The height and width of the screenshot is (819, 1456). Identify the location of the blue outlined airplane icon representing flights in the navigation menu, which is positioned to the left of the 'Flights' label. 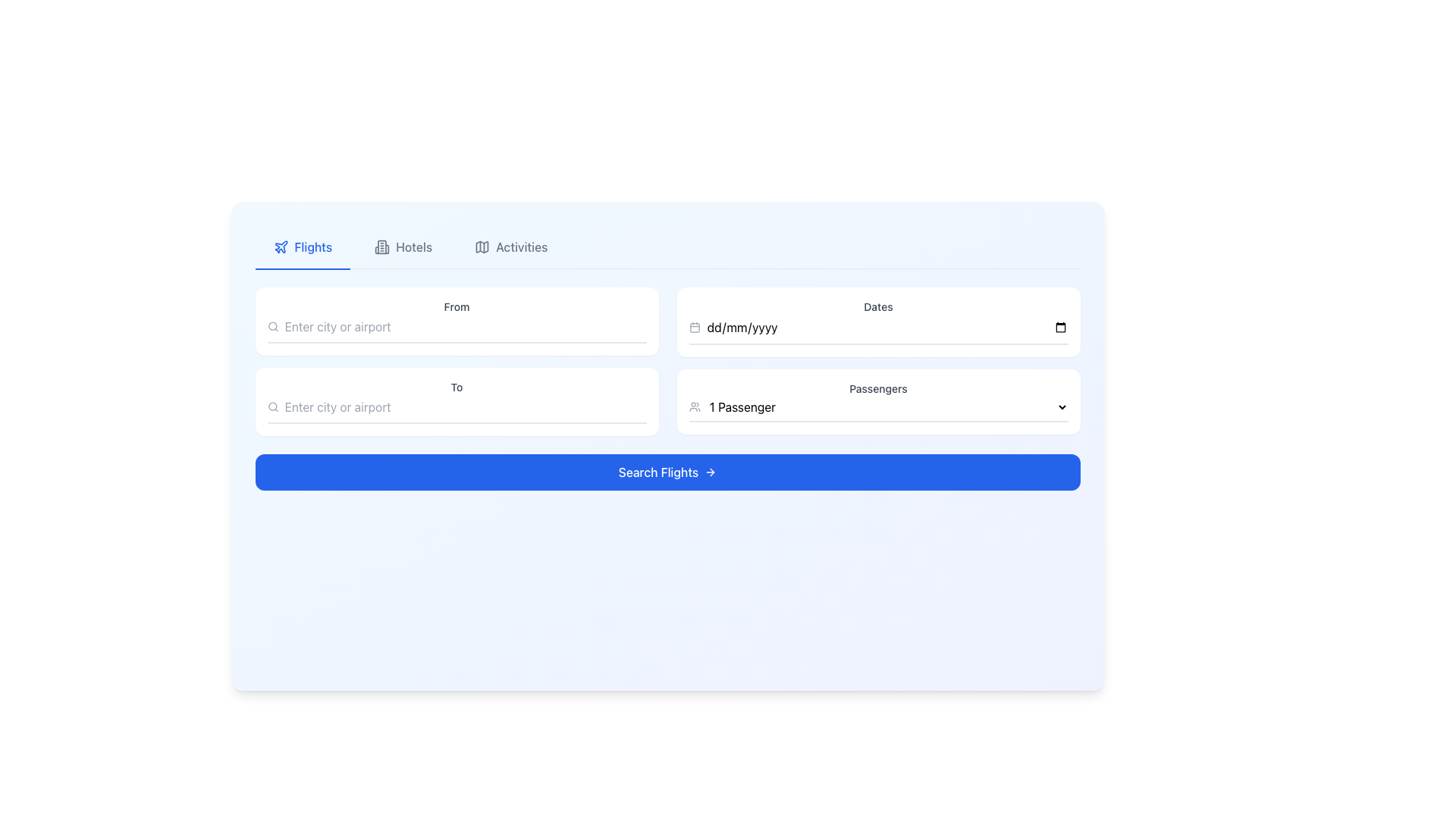
(281, 246).